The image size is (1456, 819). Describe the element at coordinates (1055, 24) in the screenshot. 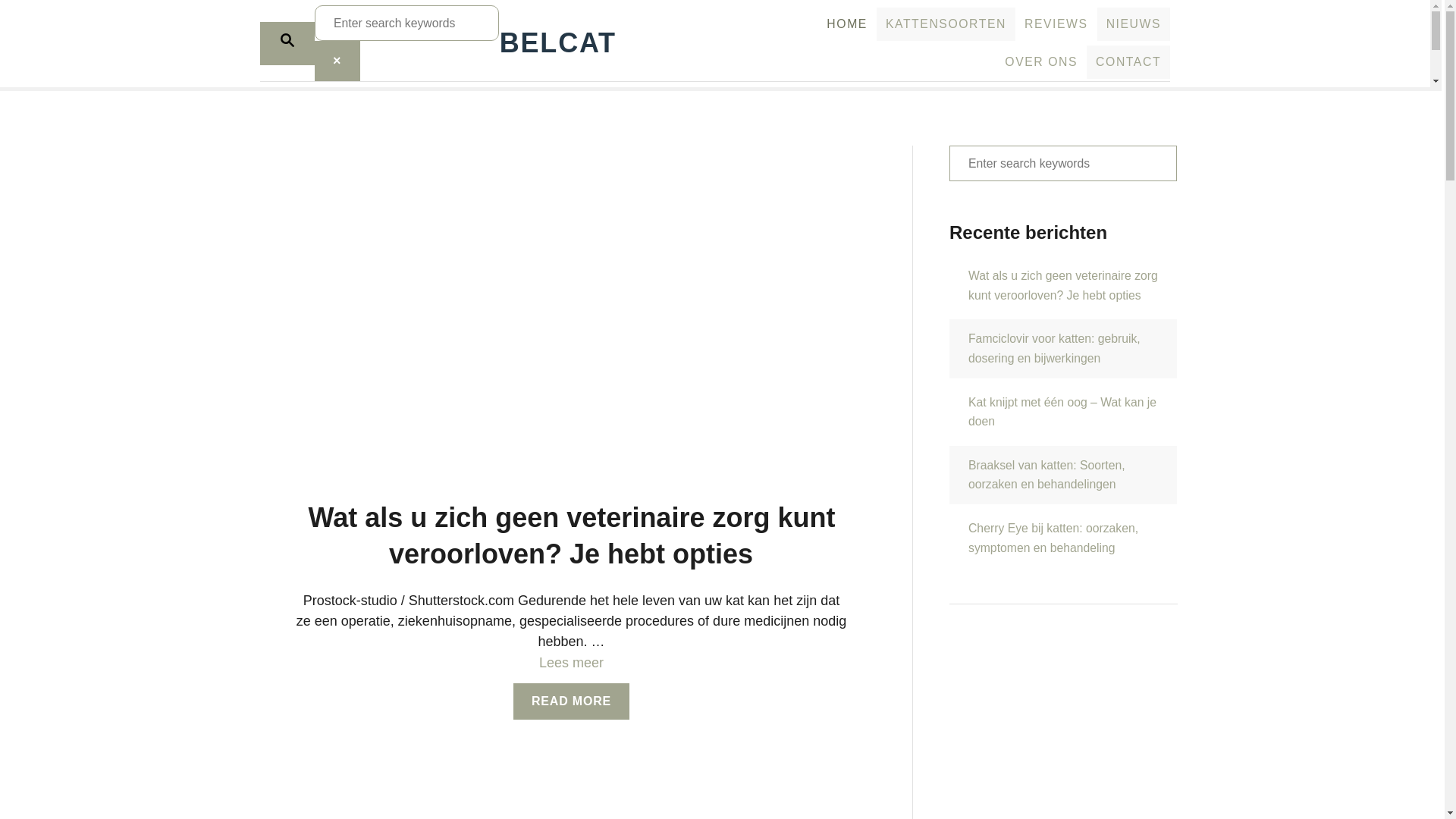

I see `'REVIEWS'` at that location.